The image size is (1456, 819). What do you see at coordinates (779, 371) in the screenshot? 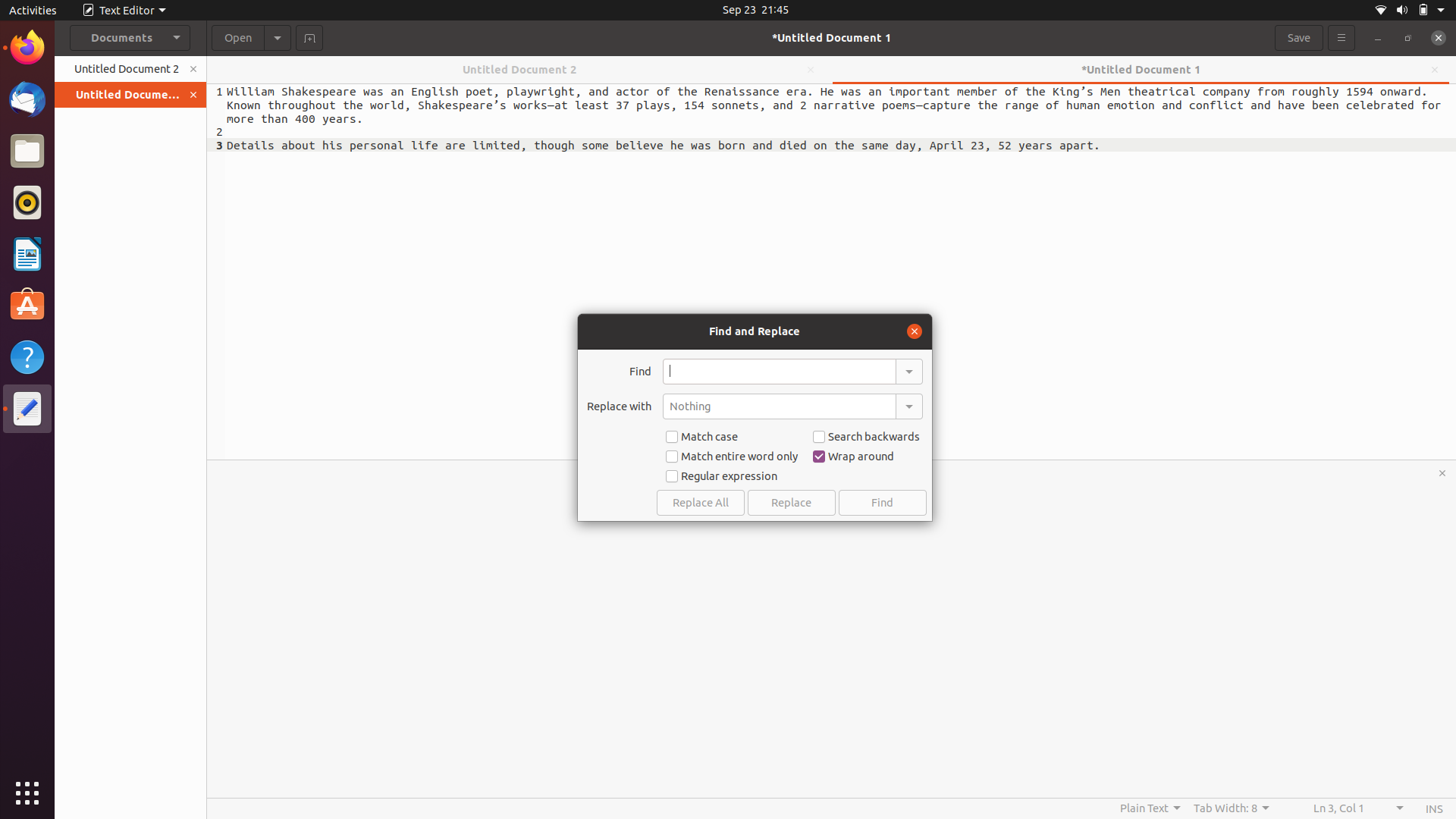
I see `Replace the first word "important" with "prominent" in the document` at bounding box center [779, 371].